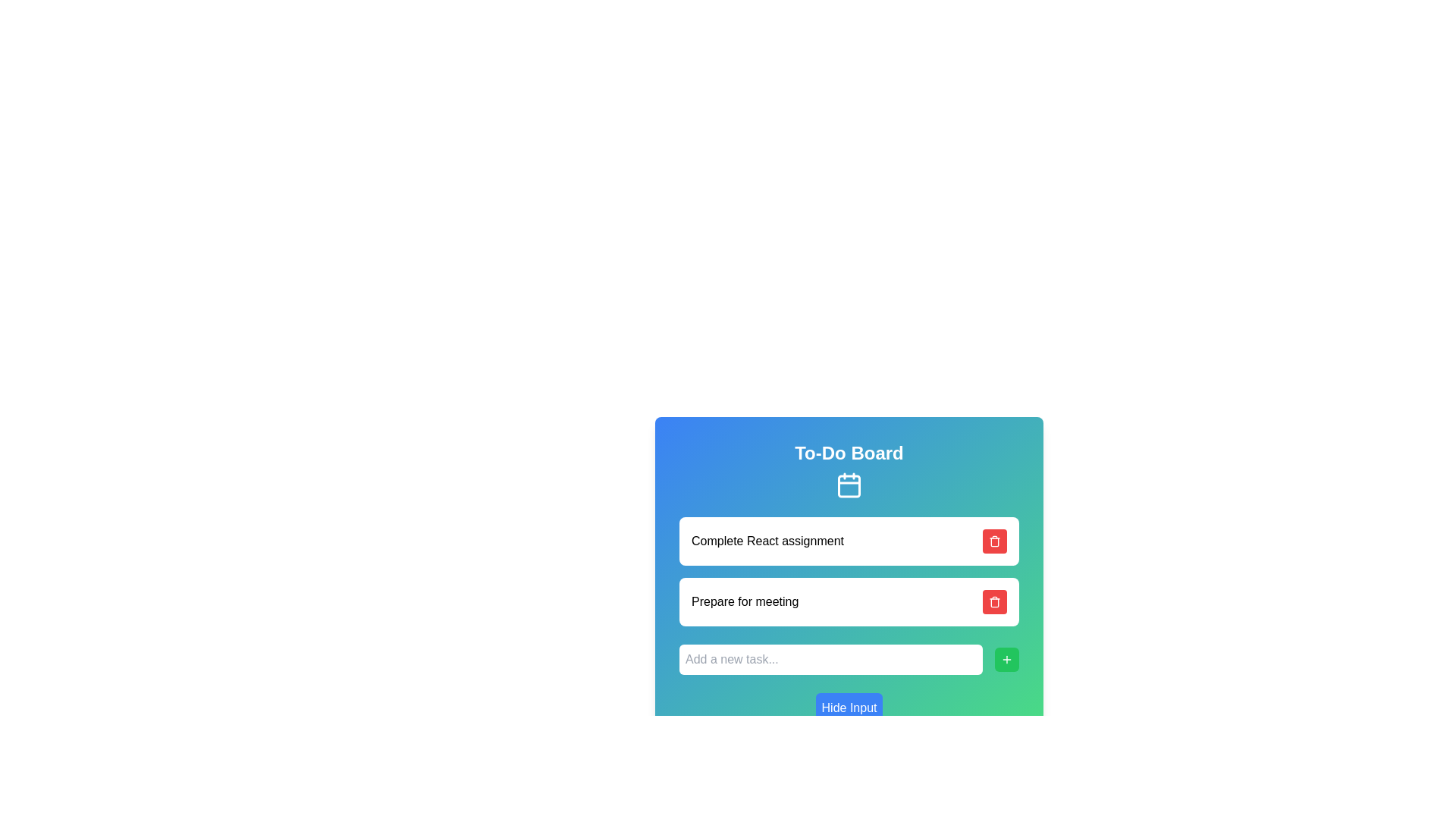 The image size is (1456, 819). Describe the element at coordinates (848, 581) in the screenshot. I see `the second interactive list item representing the task 'Prepare for meeting'` at that location.